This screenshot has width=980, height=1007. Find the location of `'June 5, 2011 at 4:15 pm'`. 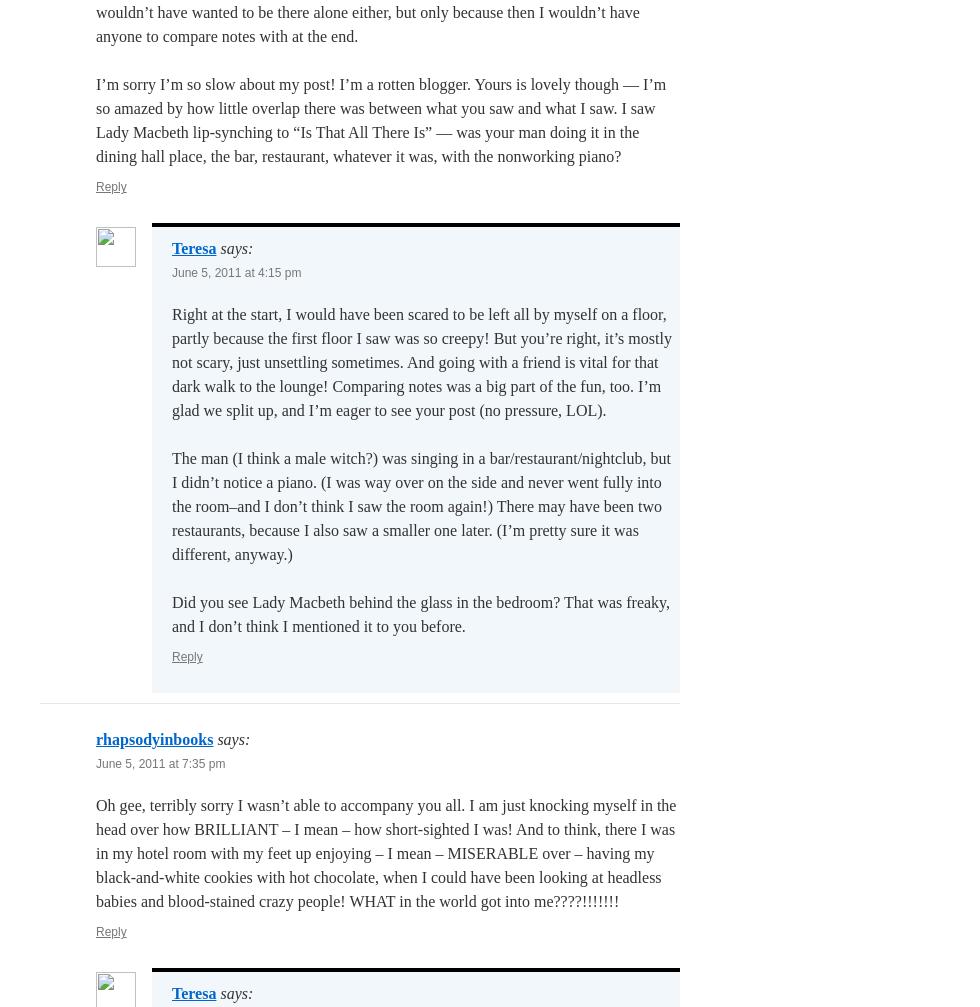

'June 5, 2011 at 4:15 pm' is located at coordinates (236, 272).